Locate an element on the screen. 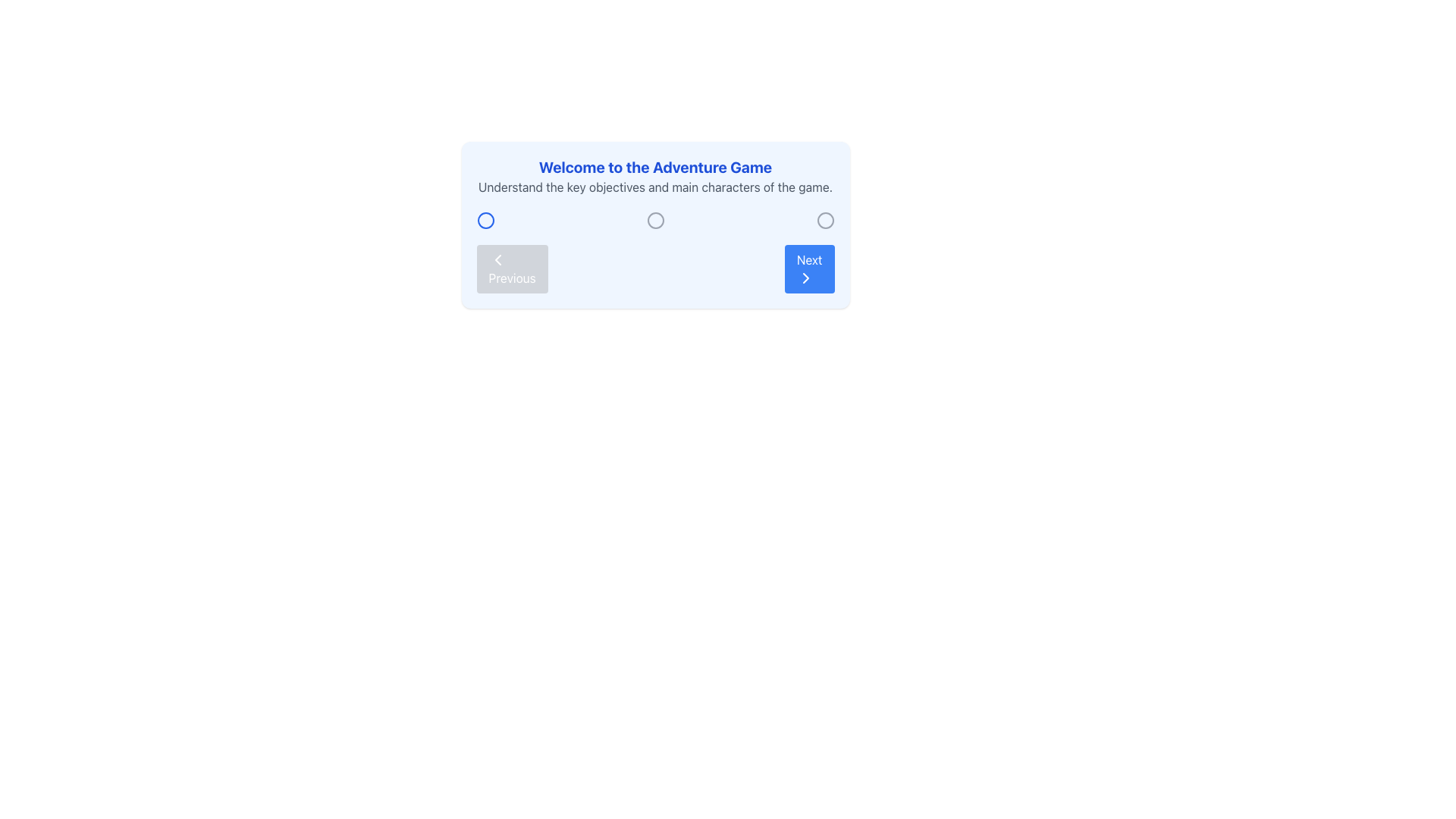 The width and height of the screenshot is (1456, 819). the third radio button in the horizontal arrangement is located at coordinates (824, 220).